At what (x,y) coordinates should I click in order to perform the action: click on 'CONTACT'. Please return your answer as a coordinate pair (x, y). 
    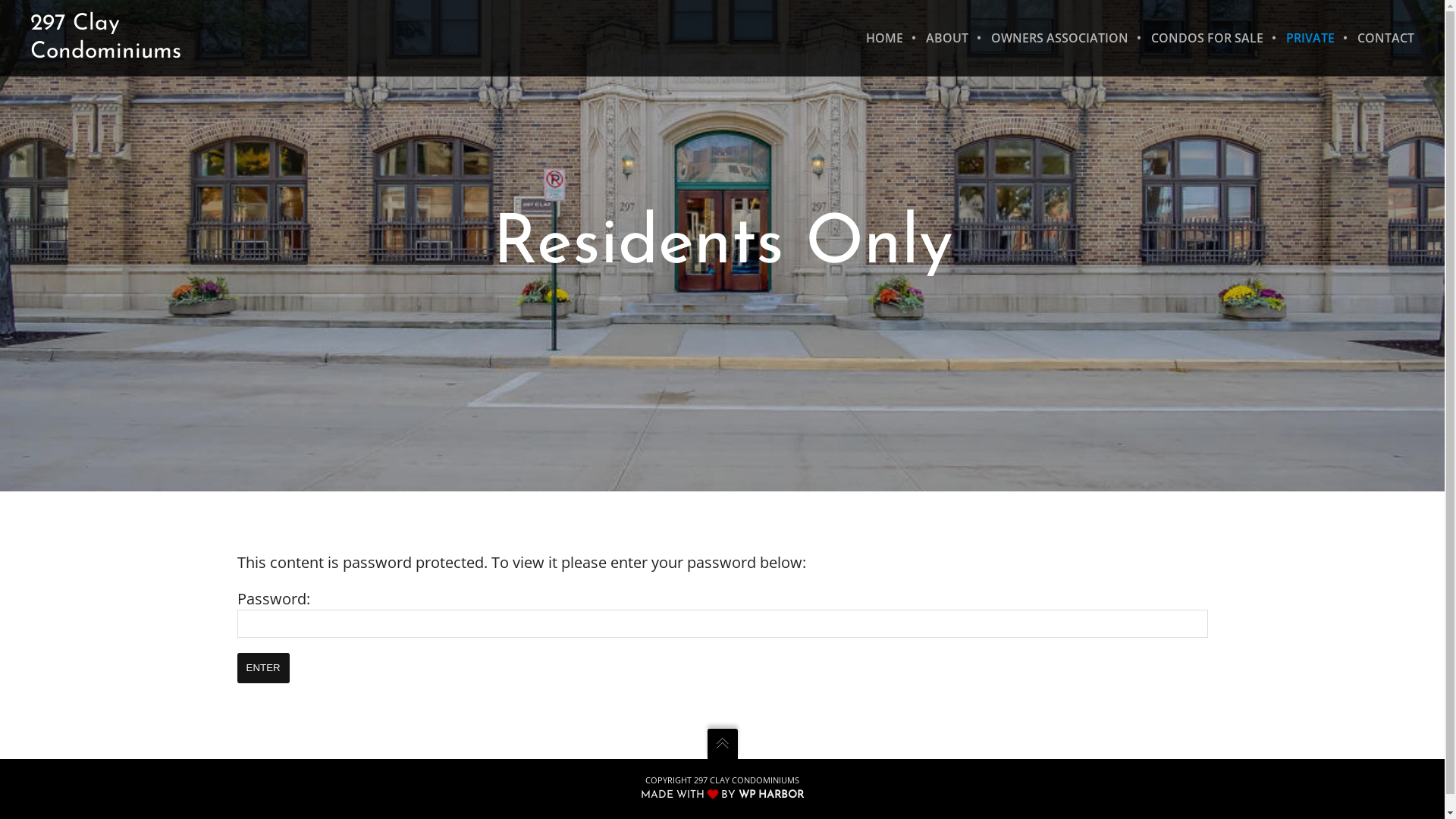
    Looking at the image, I should click on (1379, 37).